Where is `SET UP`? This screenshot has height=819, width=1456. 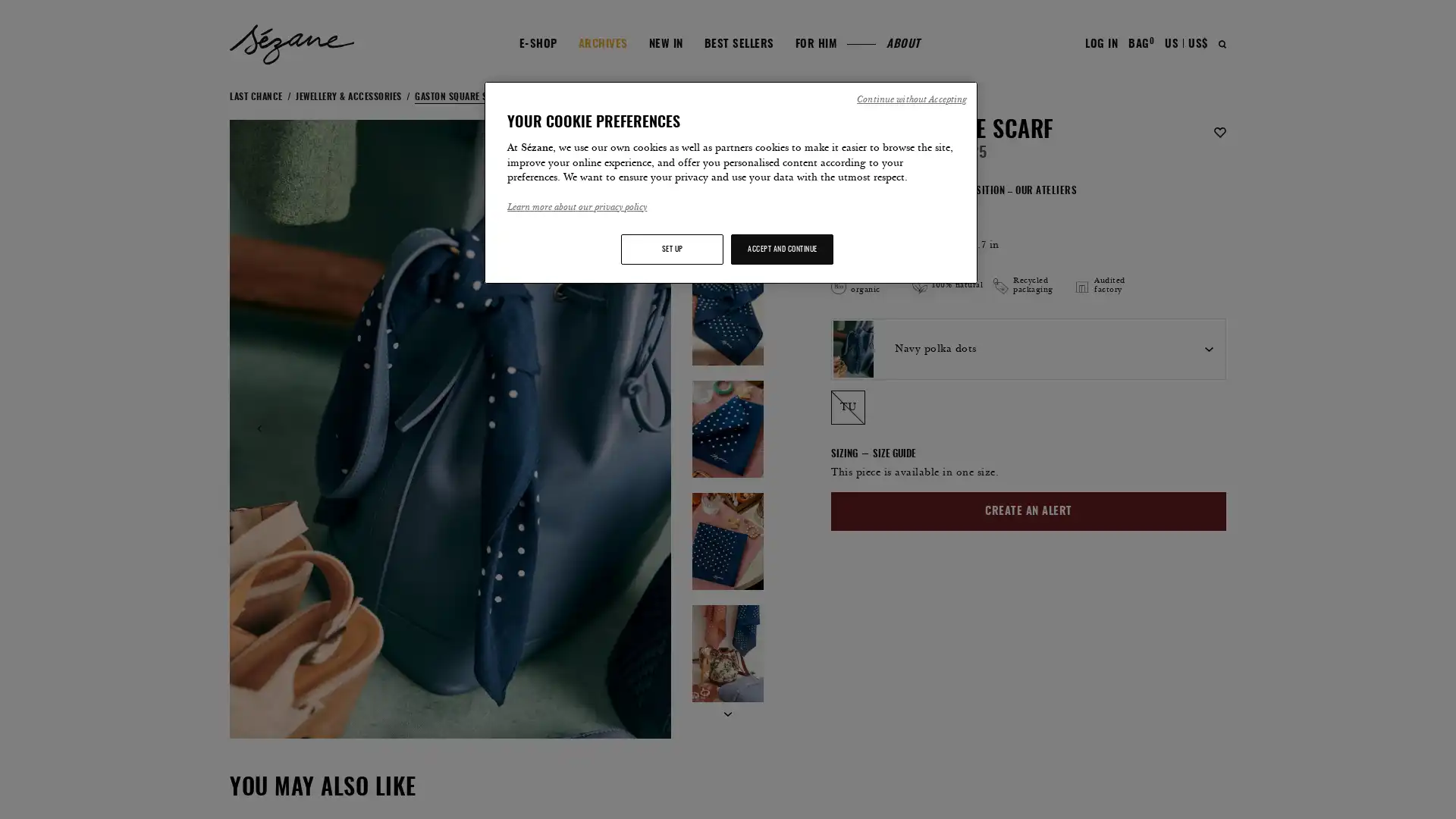 SET UP is located at coordinates (671, 247).